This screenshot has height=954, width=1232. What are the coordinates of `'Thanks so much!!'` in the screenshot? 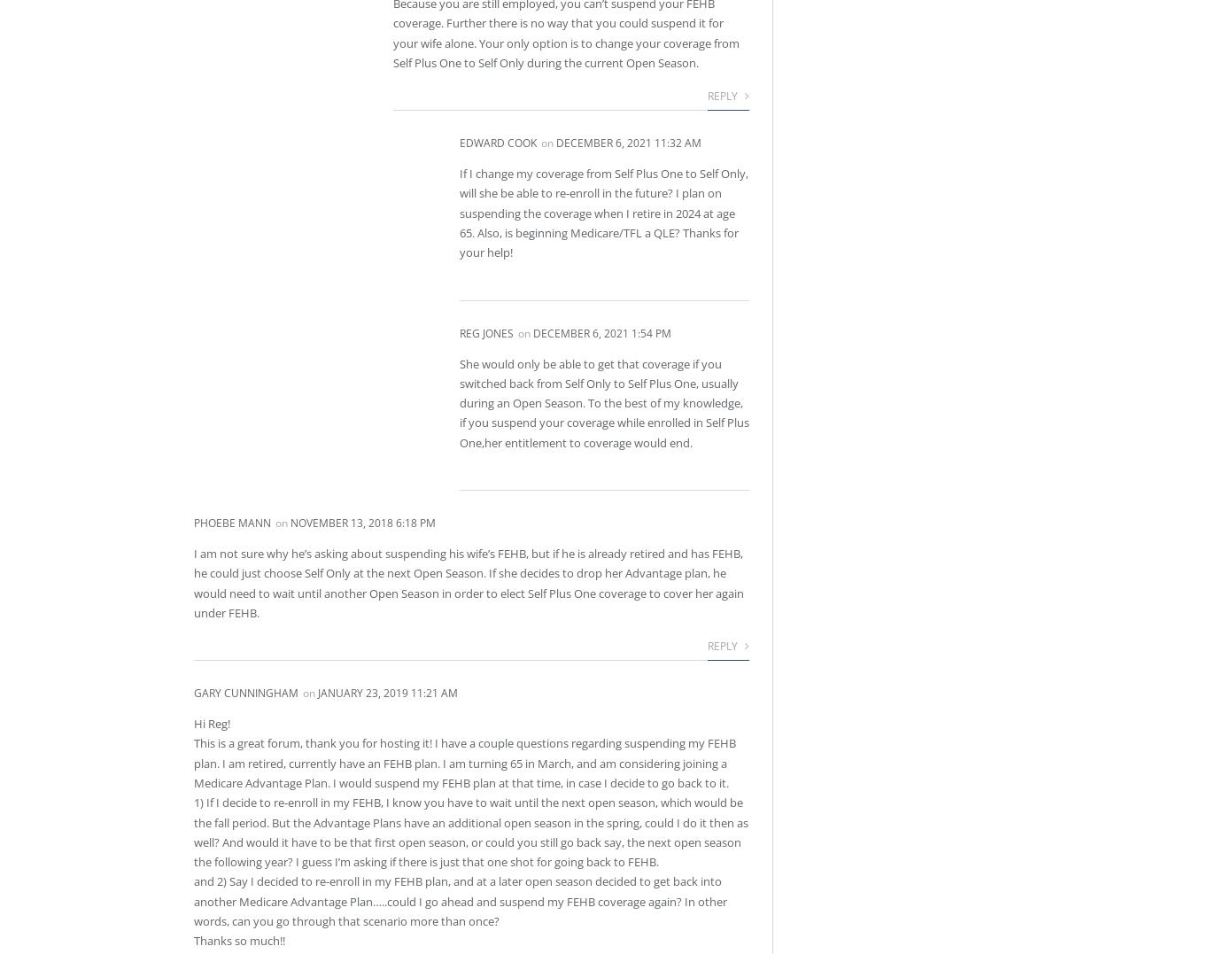 It's located at (238, 941).